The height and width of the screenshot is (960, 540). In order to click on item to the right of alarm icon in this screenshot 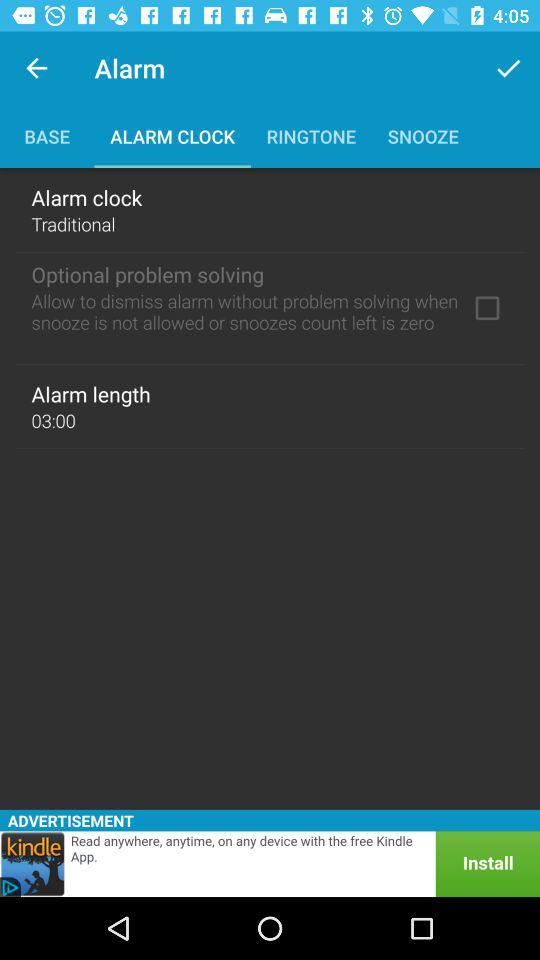, I will do `click(508, 68)`.